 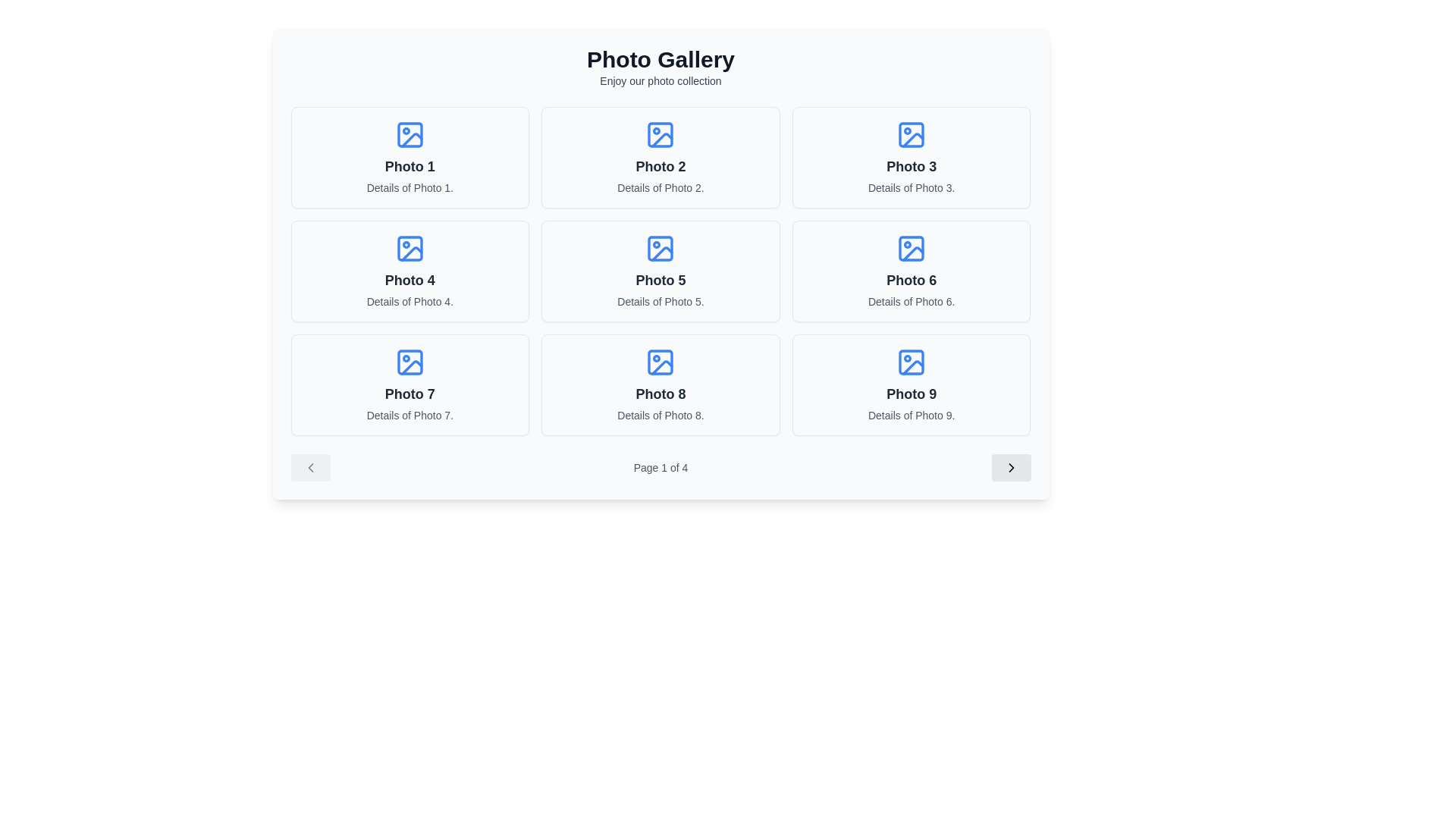 I want to click on the graphical component part of the image icon in the grid cell labeled 'Photo 3', located in the top-right of the photo gallery grid, so click(x=911, y=133).